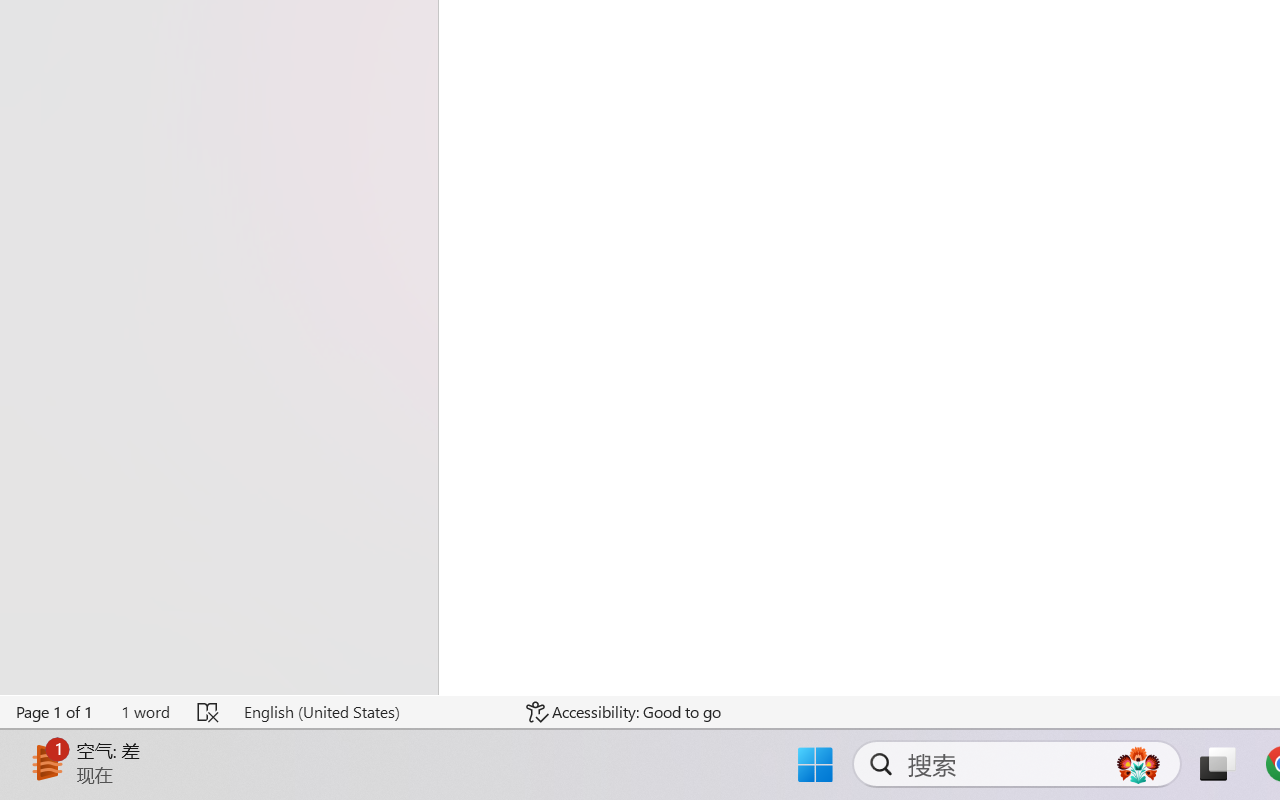  I want to click on 'Spelling and Grammar Check Errors', so click(209, 711).